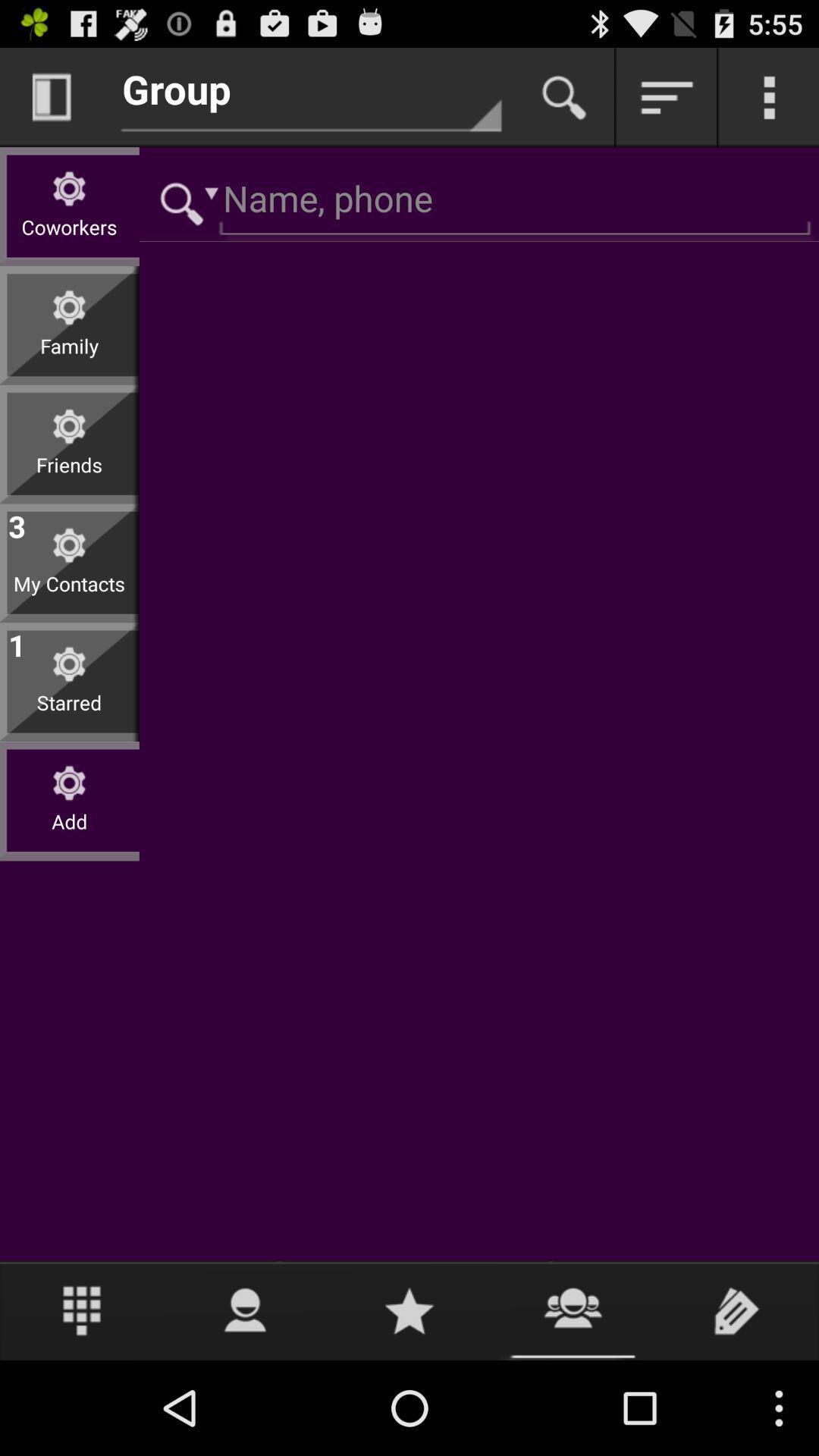 This screenshot has height=1456, width=819. What do you see at coordinates (564, 96) in the screenshot?
I see `search contacts` at bounding box center [564, 96].